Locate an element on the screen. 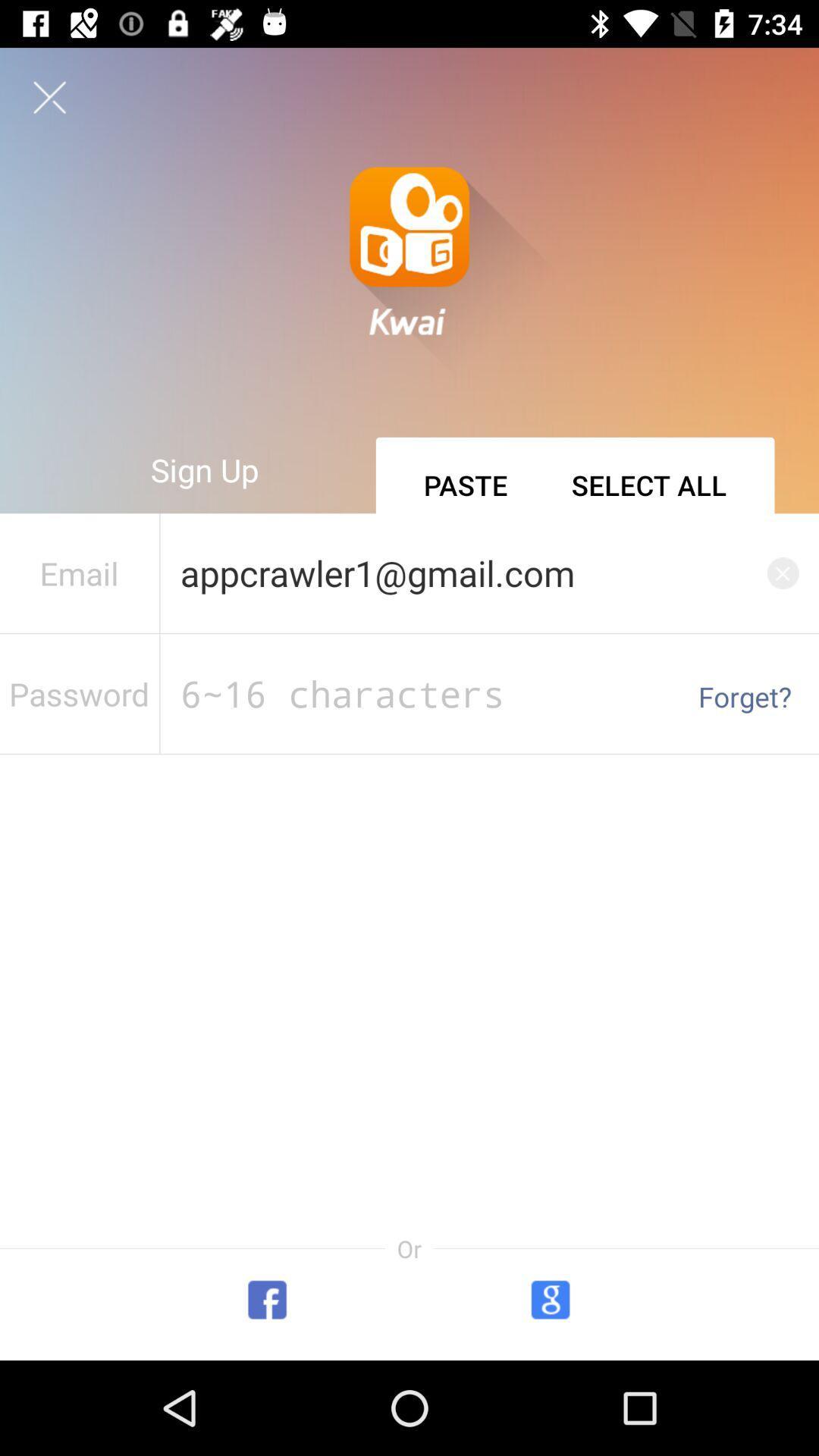 This screenshot has width=819, height=1456. the facebook icon is located at coordinates (266, 1299).